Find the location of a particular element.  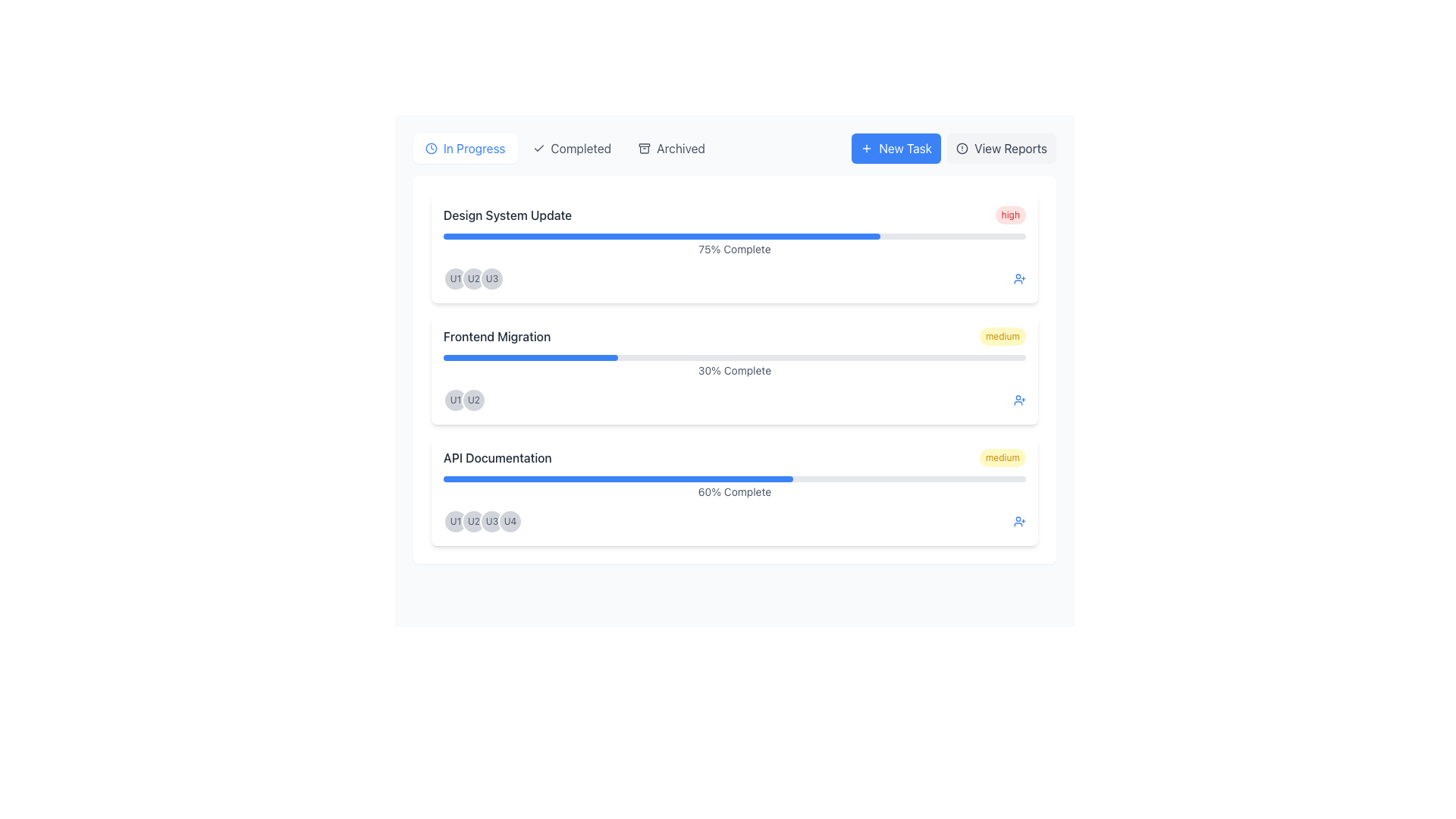

the text label displaying 'Frontend Migration' located in the second section of the task list, positioned to the left of a yellow tag labeled 'medium' is located at coordinates (497, 335).